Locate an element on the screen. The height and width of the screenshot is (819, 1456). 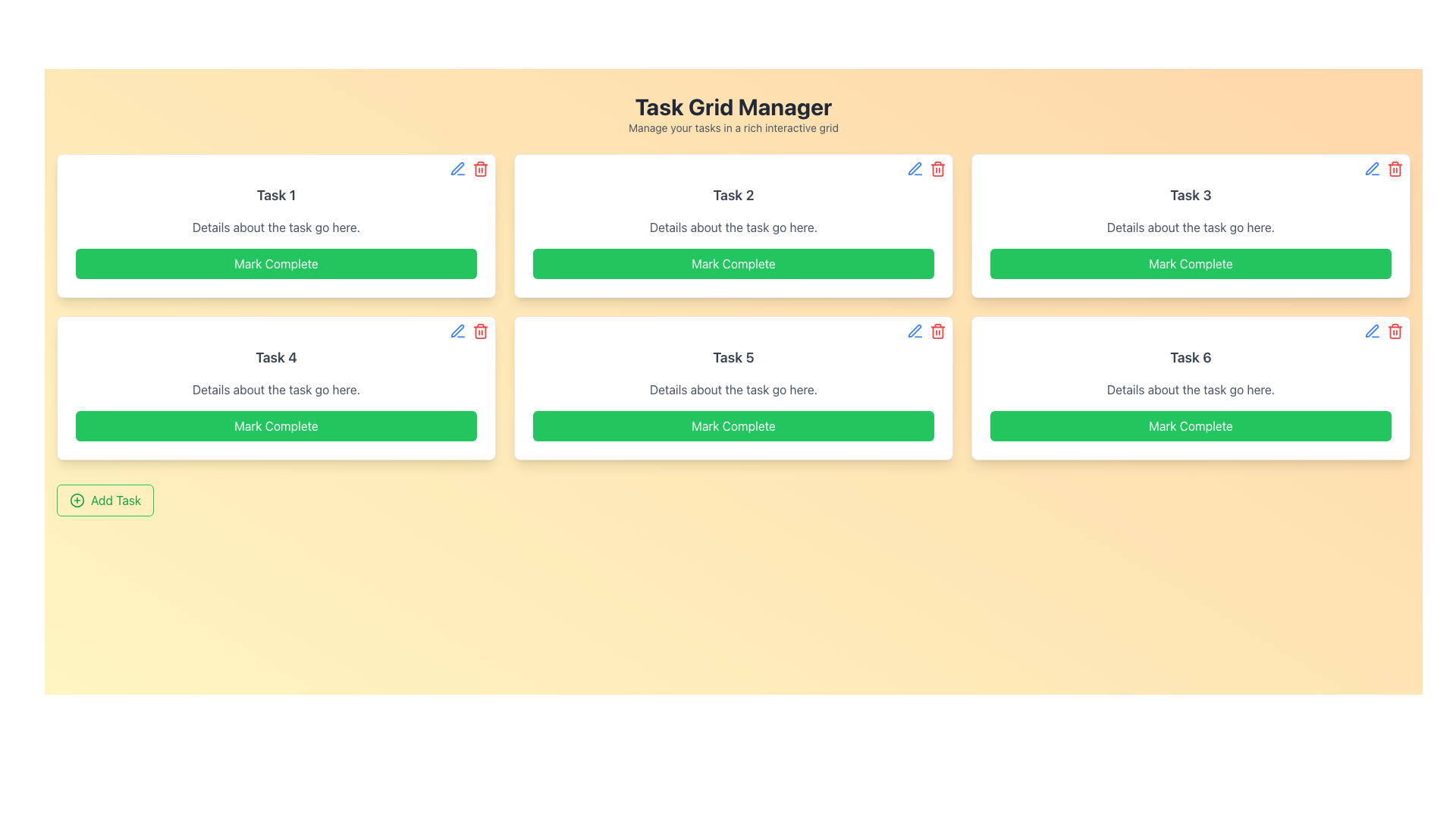
the blue pen-shaped edit icon located at the top right corner of the task card is located at coordinates (914, 169).